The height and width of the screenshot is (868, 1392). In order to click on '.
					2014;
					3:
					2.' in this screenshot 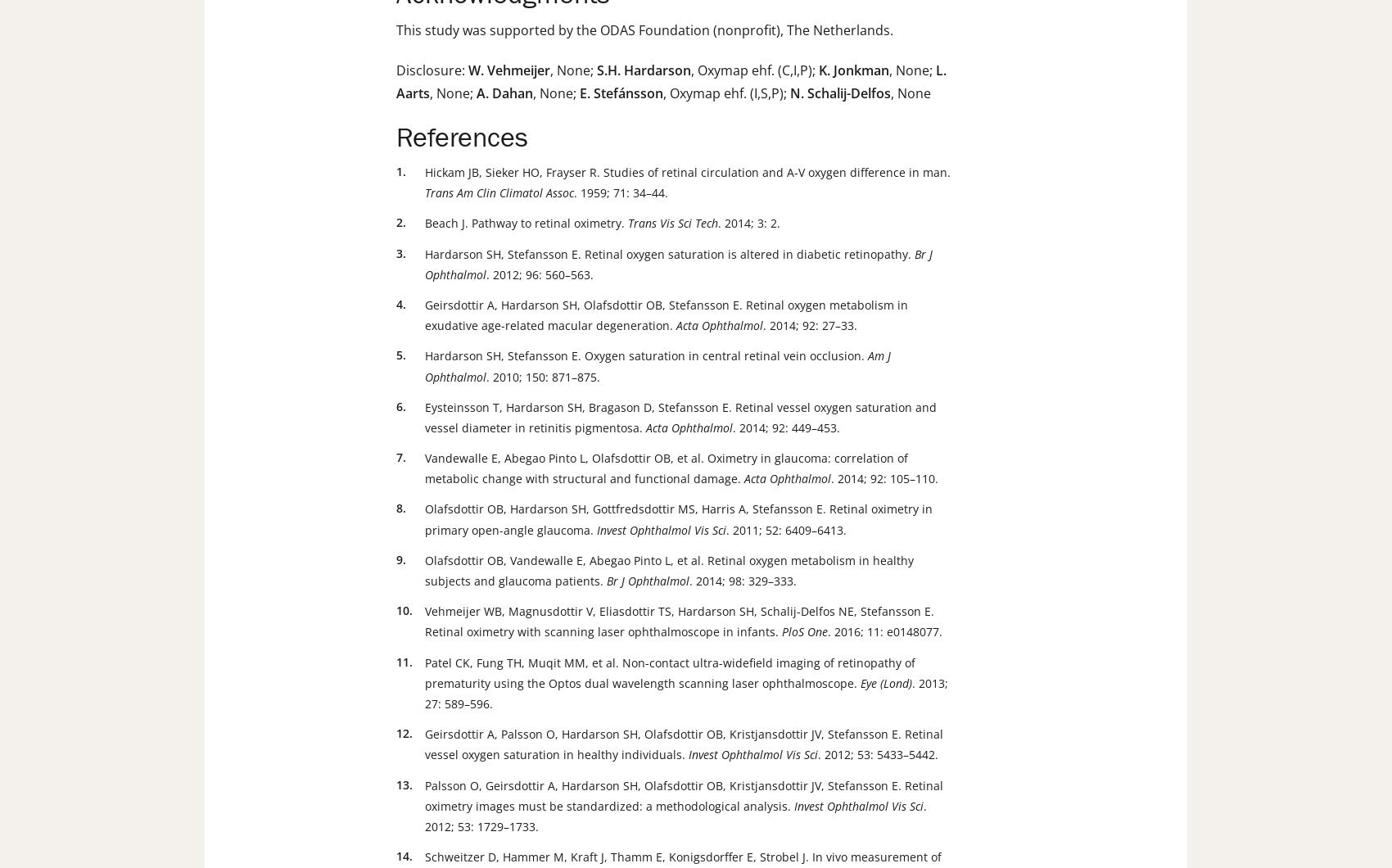, I will do `click(748, 223)`.